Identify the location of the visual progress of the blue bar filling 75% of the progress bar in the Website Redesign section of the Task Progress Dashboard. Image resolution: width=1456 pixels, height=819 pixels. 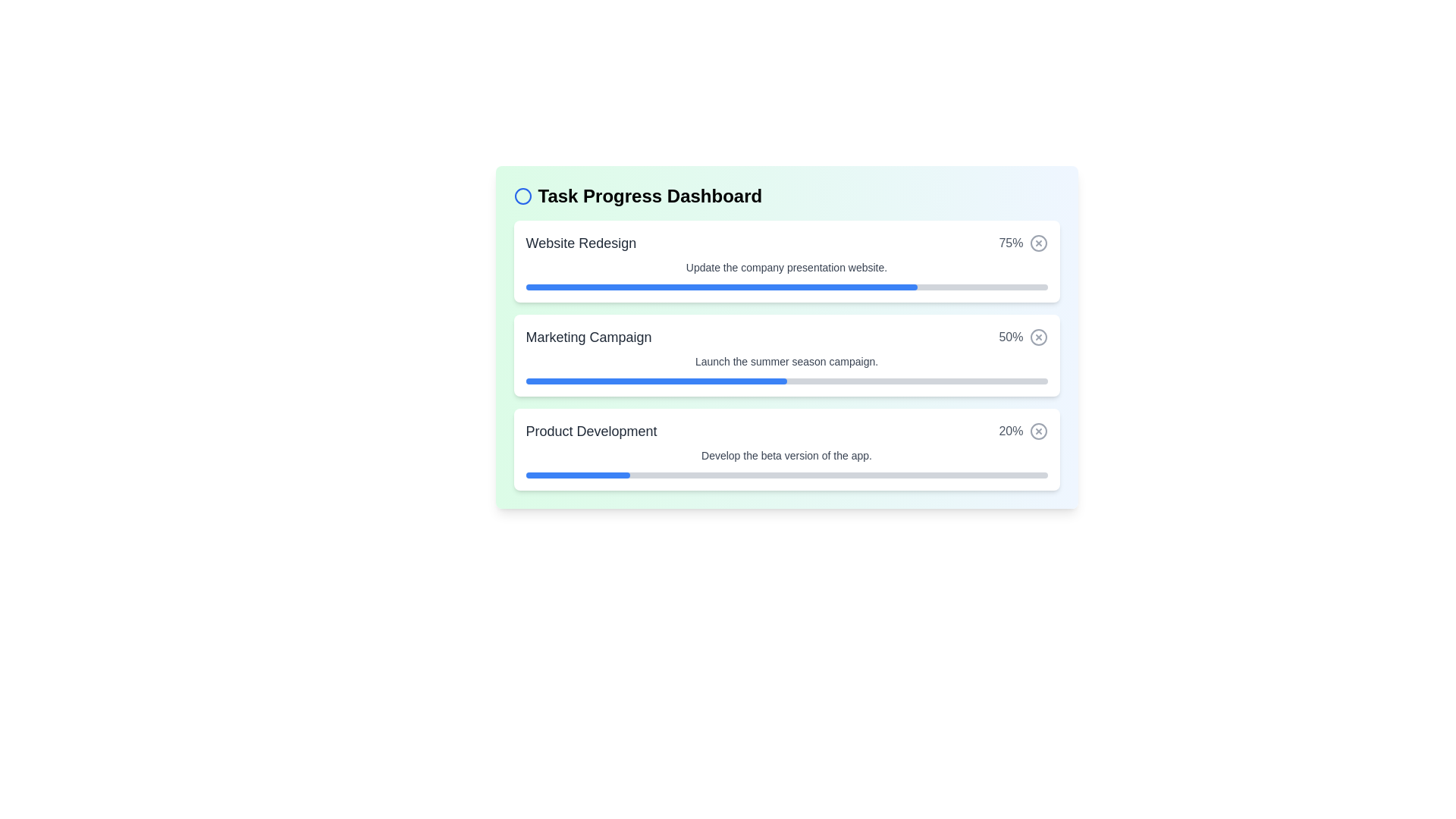
(720, 287).